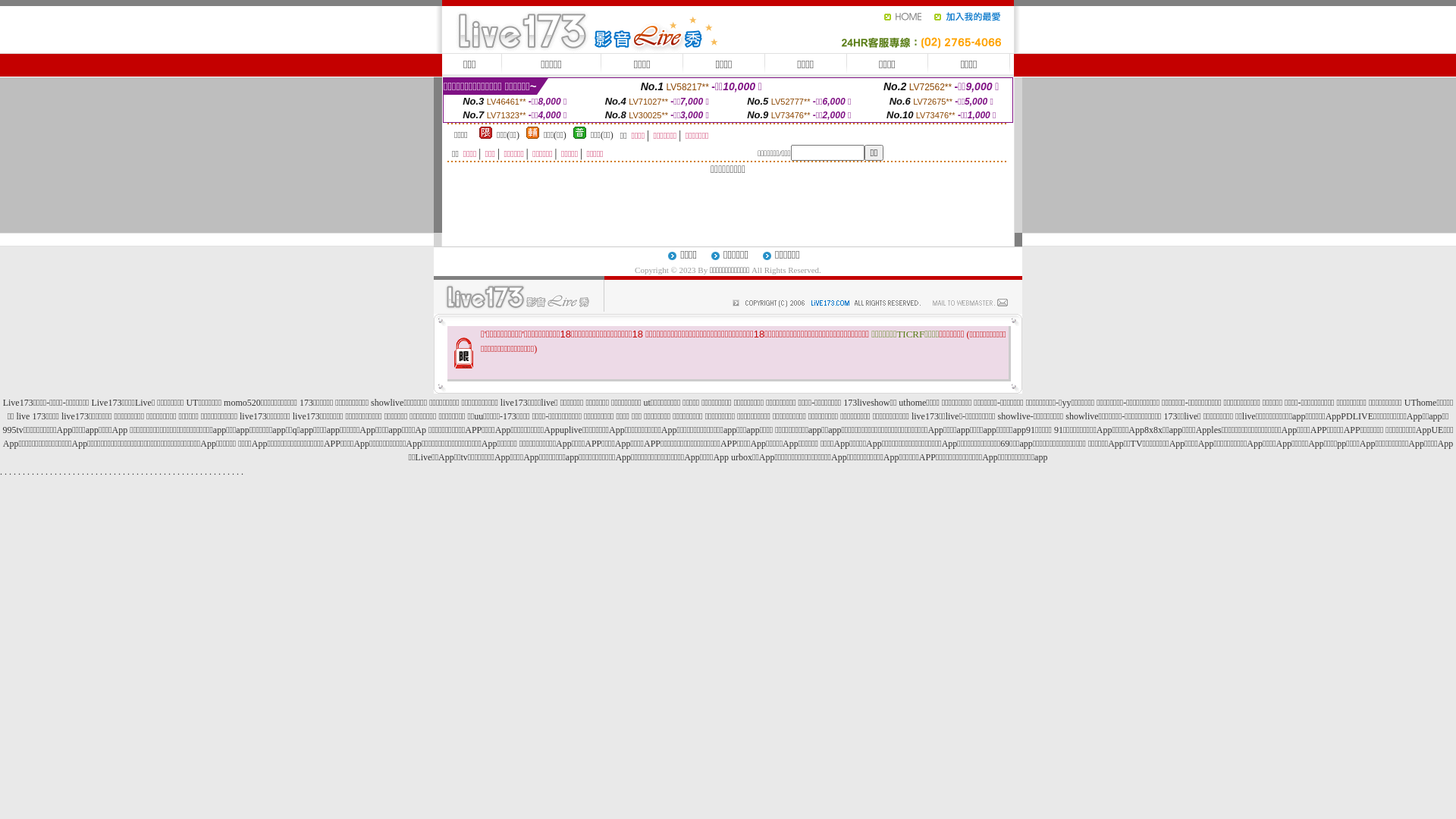 This screenshot has width=1456, height=819. Describe the element at coordinates (172, 470) in the screenshot. I see `'.'` at that location.